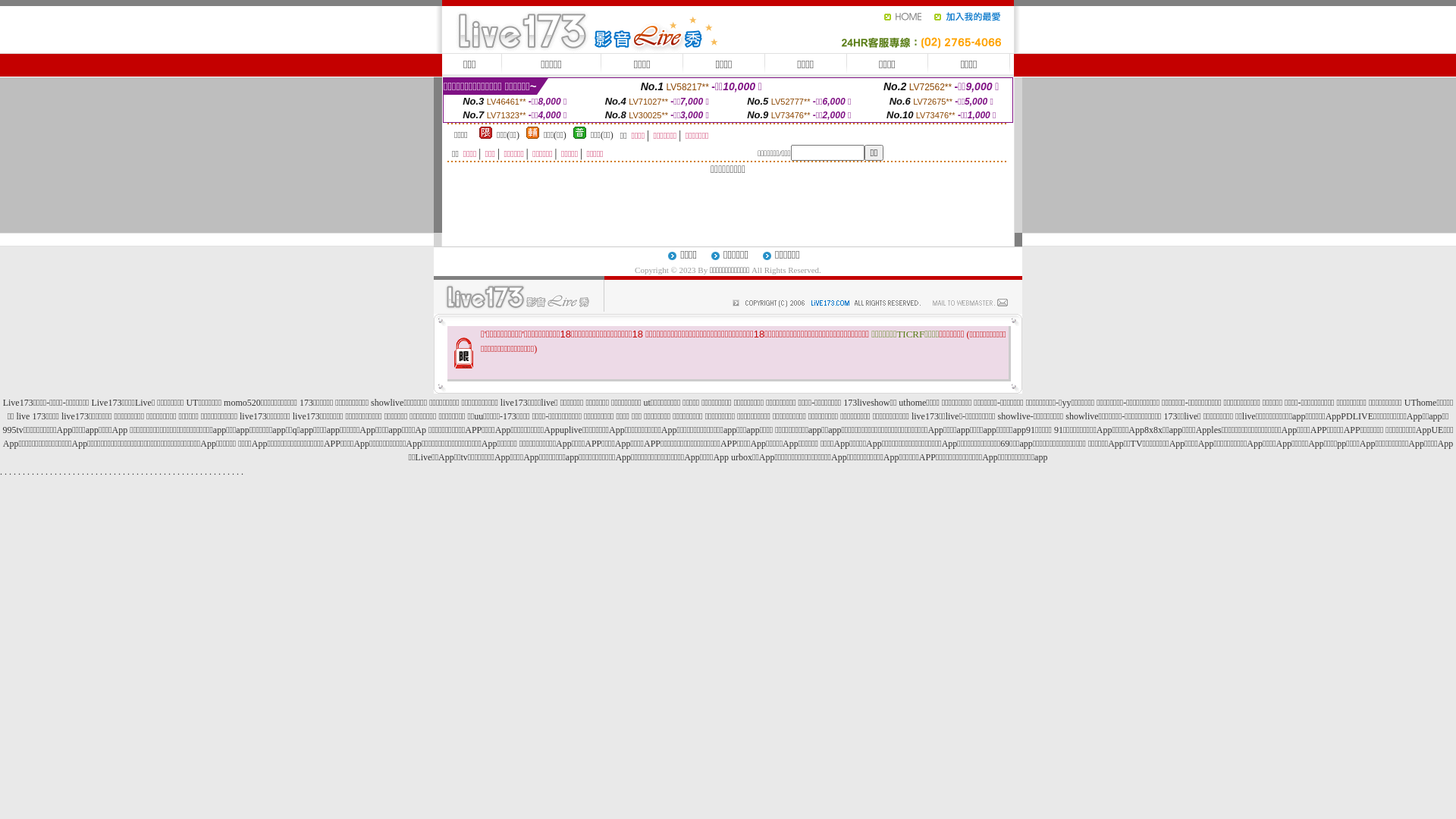 This screenshot has width=1456, height=819. Describe the element at coordinates (172, 470) in the screenshot. I see `'.'` at that location.